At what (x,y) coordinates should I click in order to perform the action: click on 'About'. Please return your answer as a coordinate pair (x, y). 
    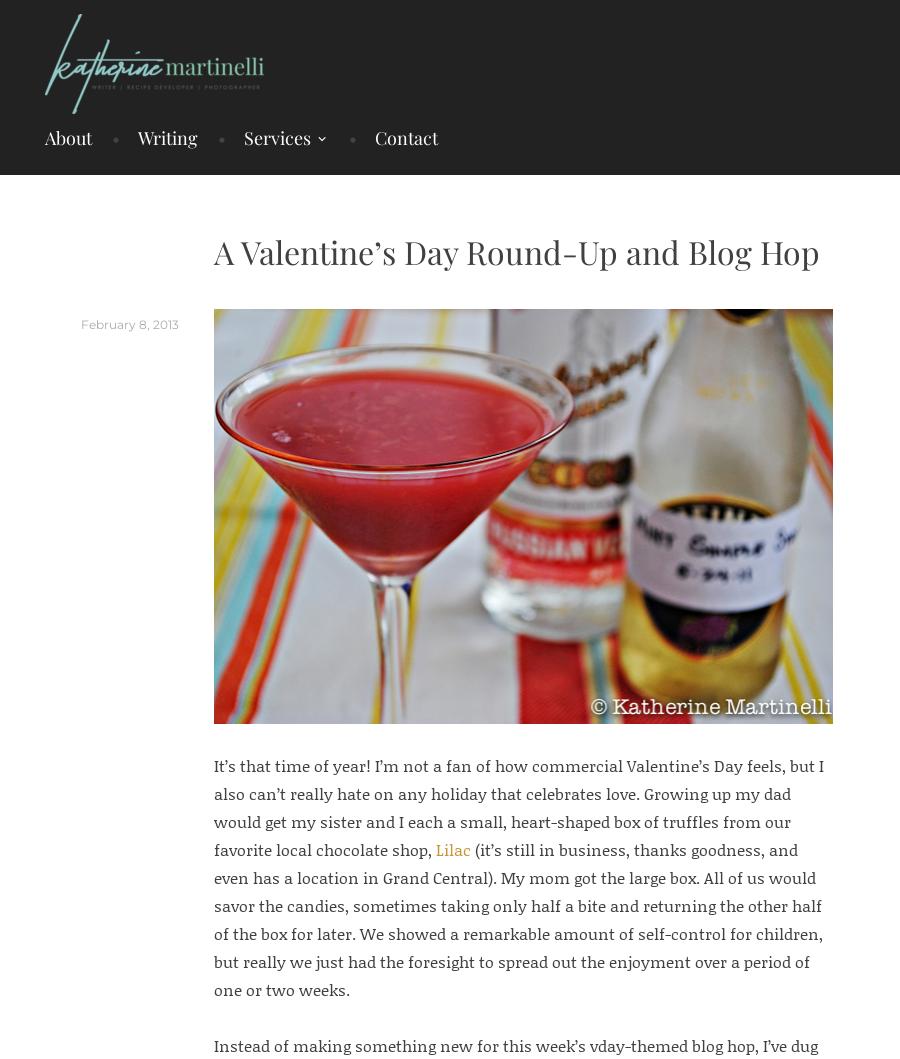
    Looking at the image, I should click on (67, 136).